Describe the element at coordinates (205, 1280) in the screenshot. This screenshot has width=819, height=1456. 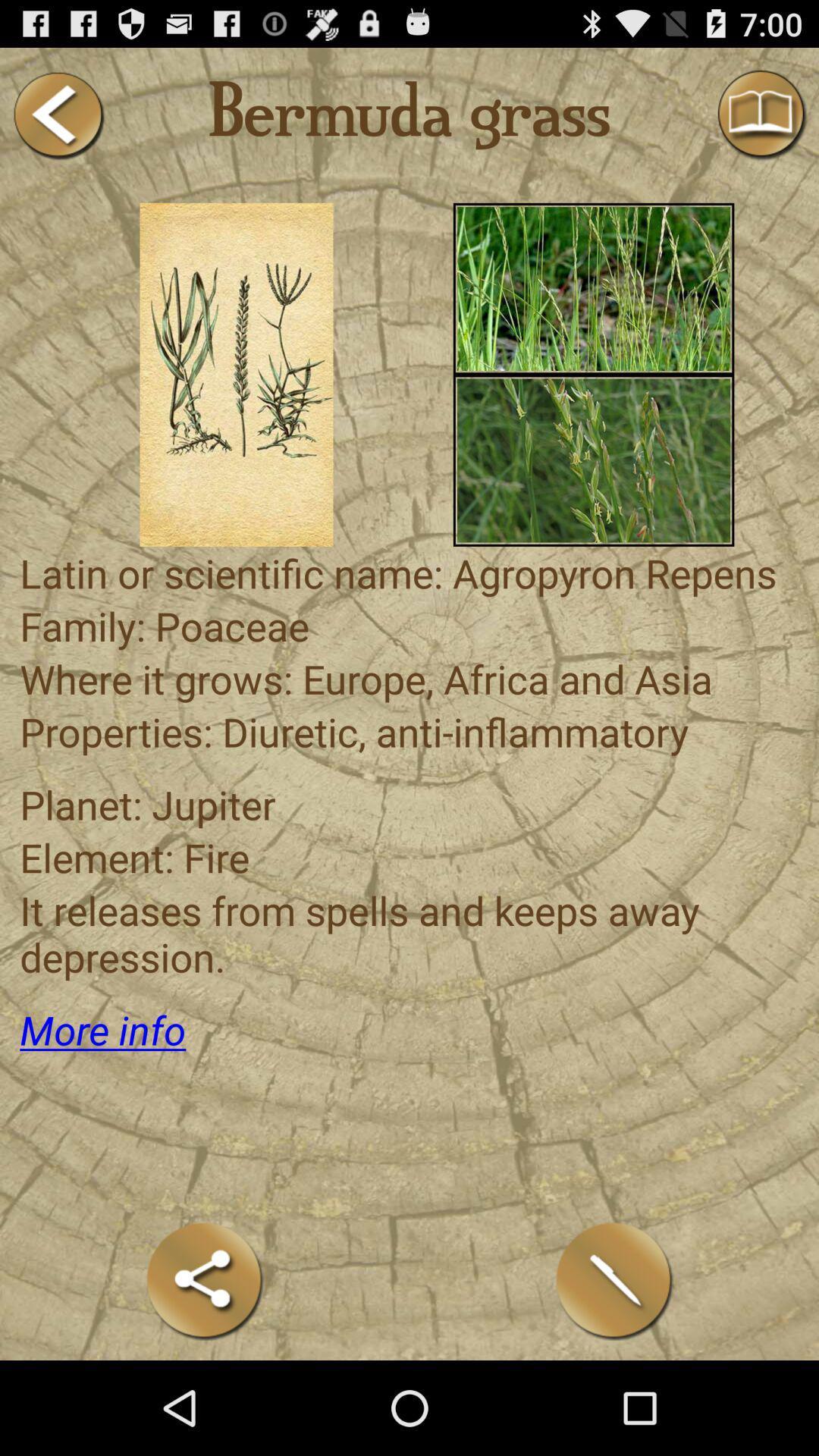
I see `choose the share option` at that location.